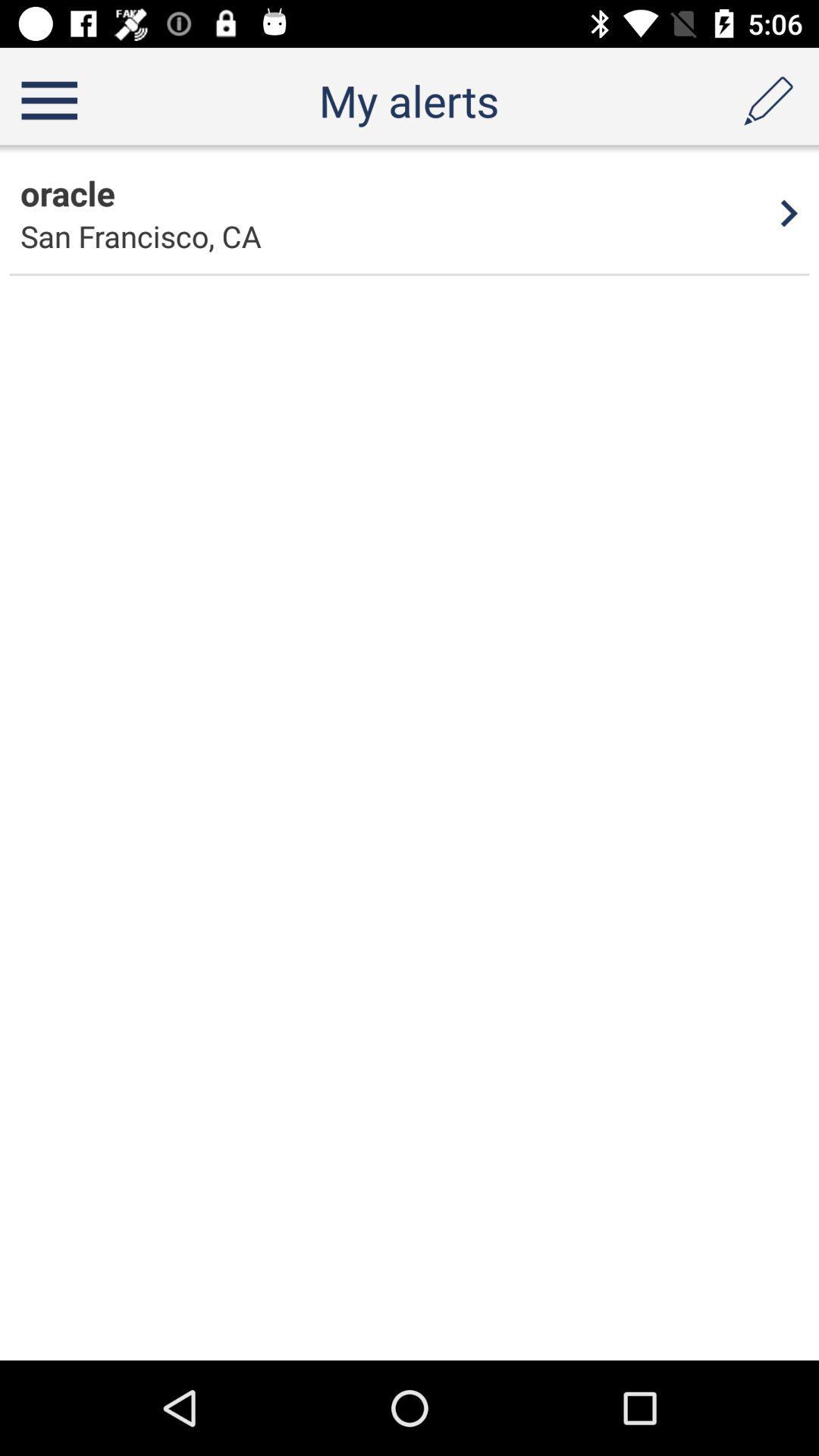  Describe the element at coordinates (789, 212) in the screenshot. I see `4 icon` at that location.